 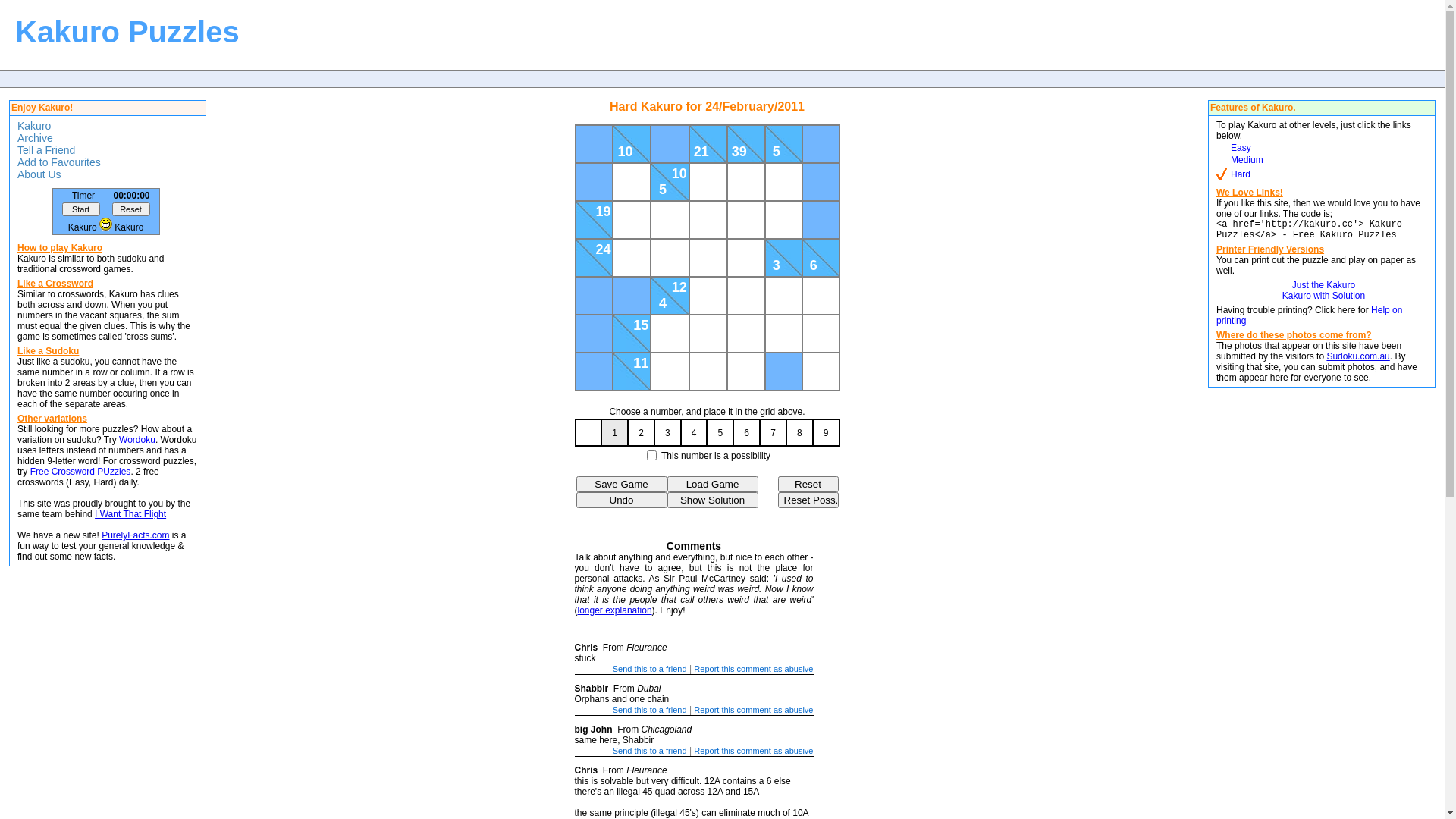 What do you see at coordinates (14, 174) in the screenshot?
I see `'About Us'` at bounding box center [14, 174].